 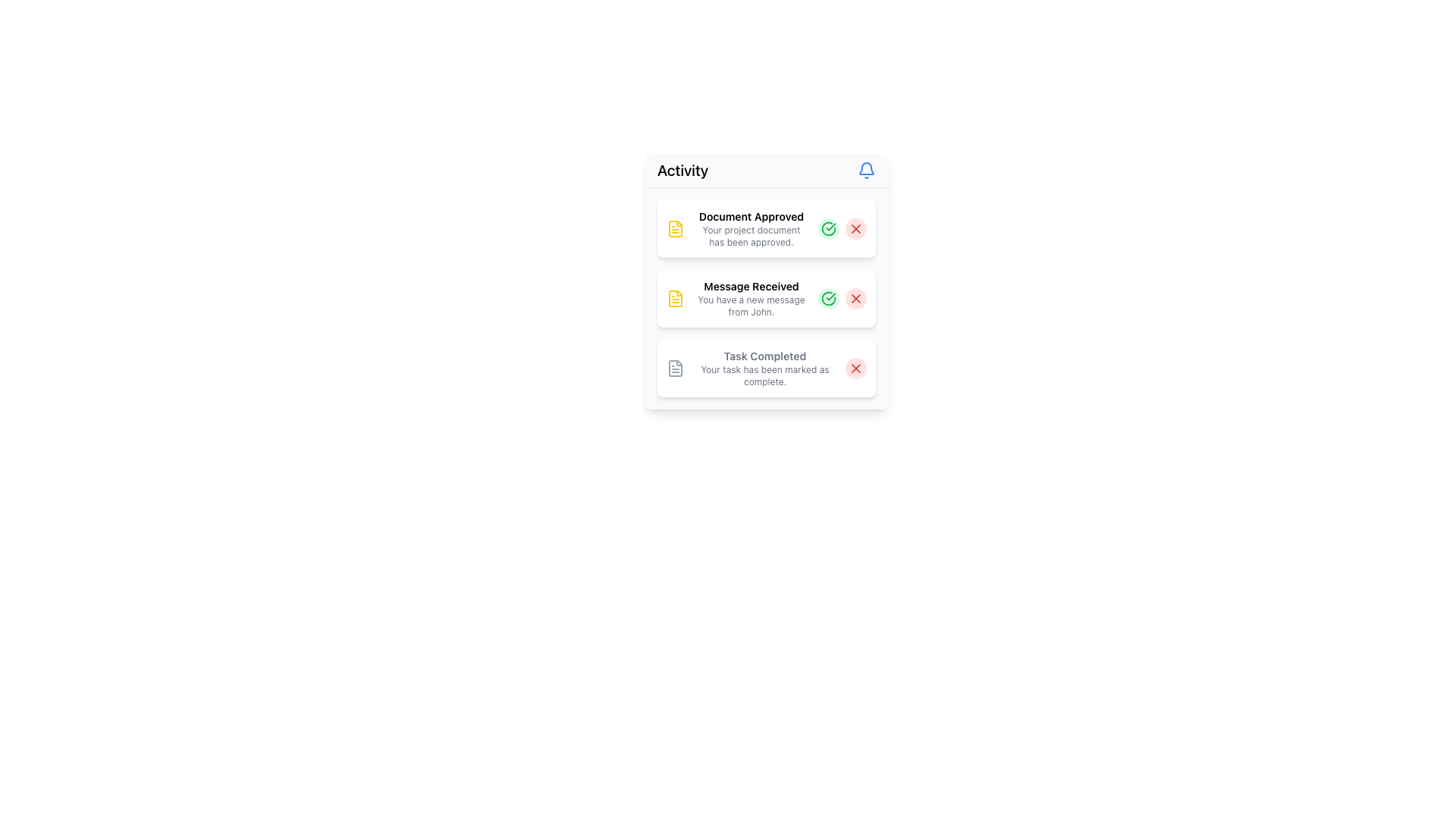 I want to click on the red cross icon in the top-right corner of the 'Message Received' notification entry, so click(x=855, y=298).